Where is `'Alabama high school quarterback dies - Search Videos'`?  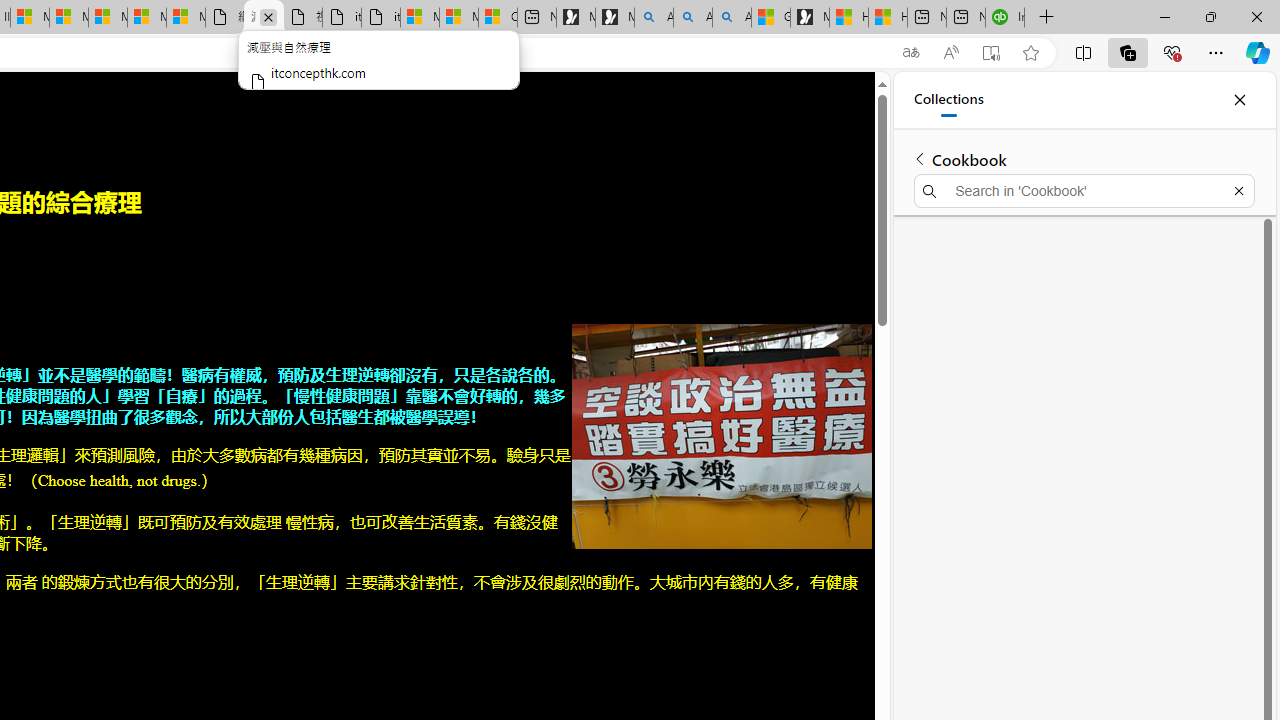
'Alabama high school quarterback dies - Search Videos' is located at coordinates (731, 17).